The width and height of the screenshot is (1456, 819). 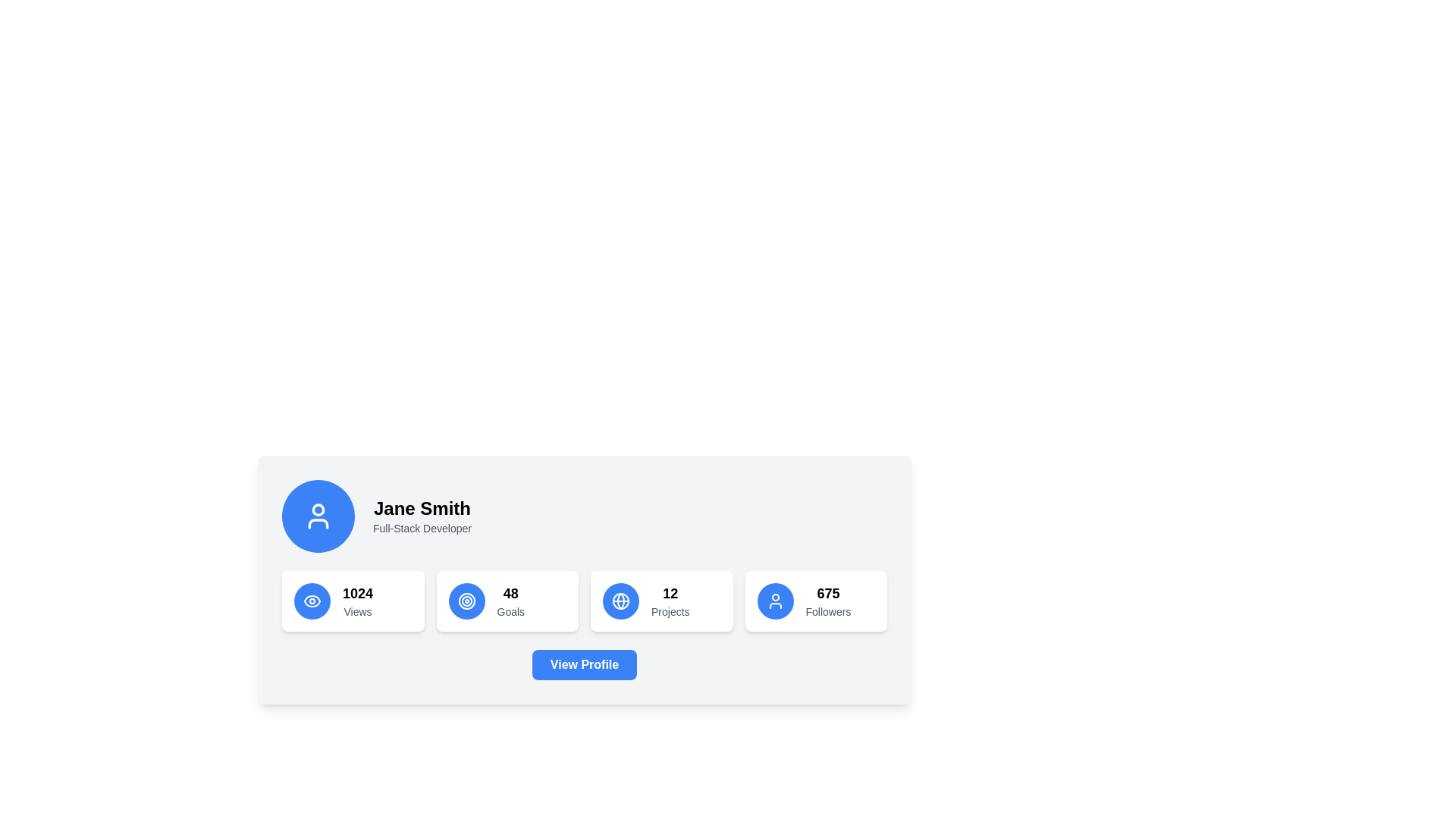 What do you see at coordinates (422, 509) in the screenshot?
I see `the static text element displaying 'Jane Smith', which is styled in bold and larger font, located in the upper section of the card` at bounding box center [422, 509].